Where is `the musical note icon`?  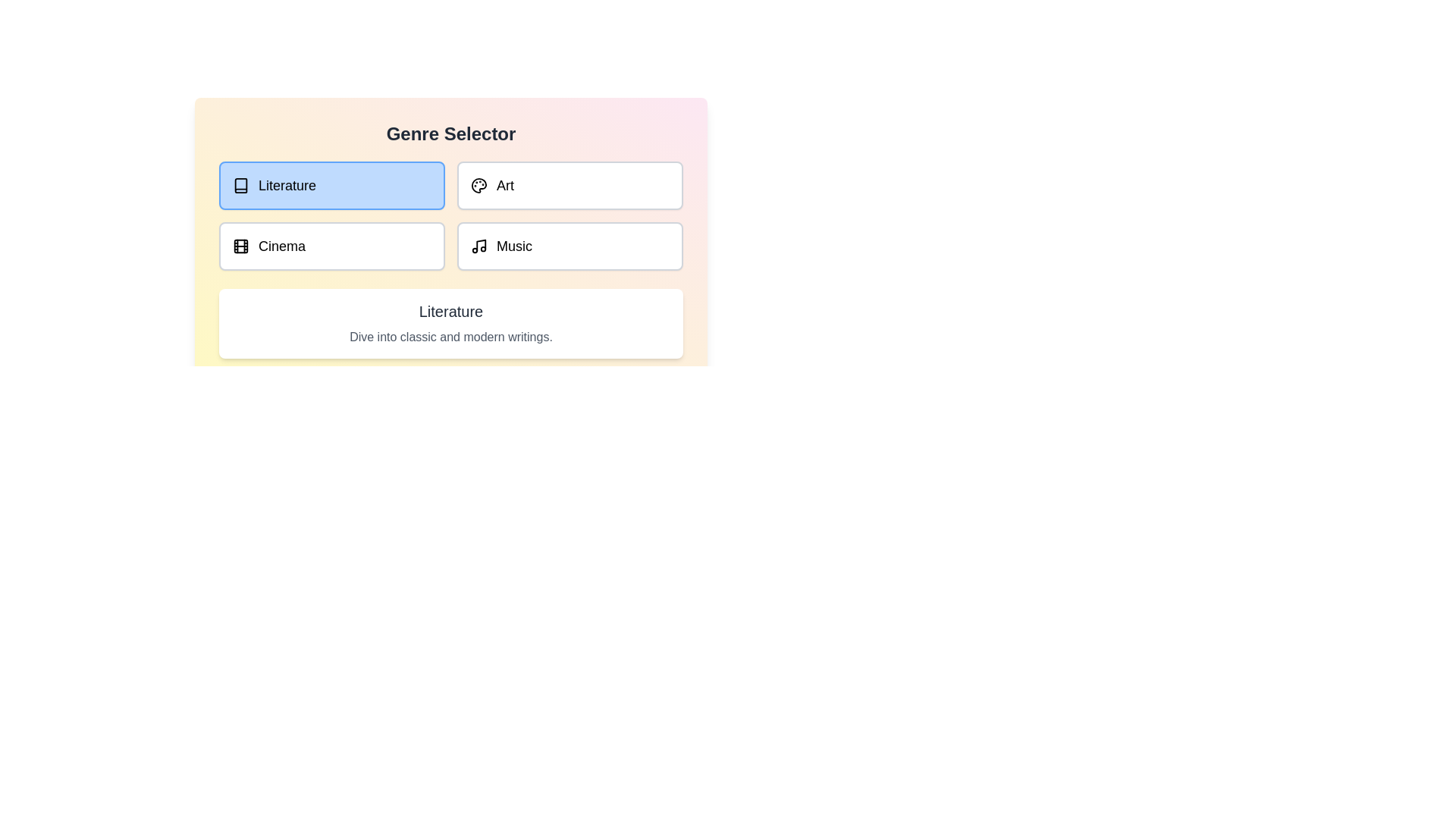
the musical note icon is located at coordinates (480, 244).